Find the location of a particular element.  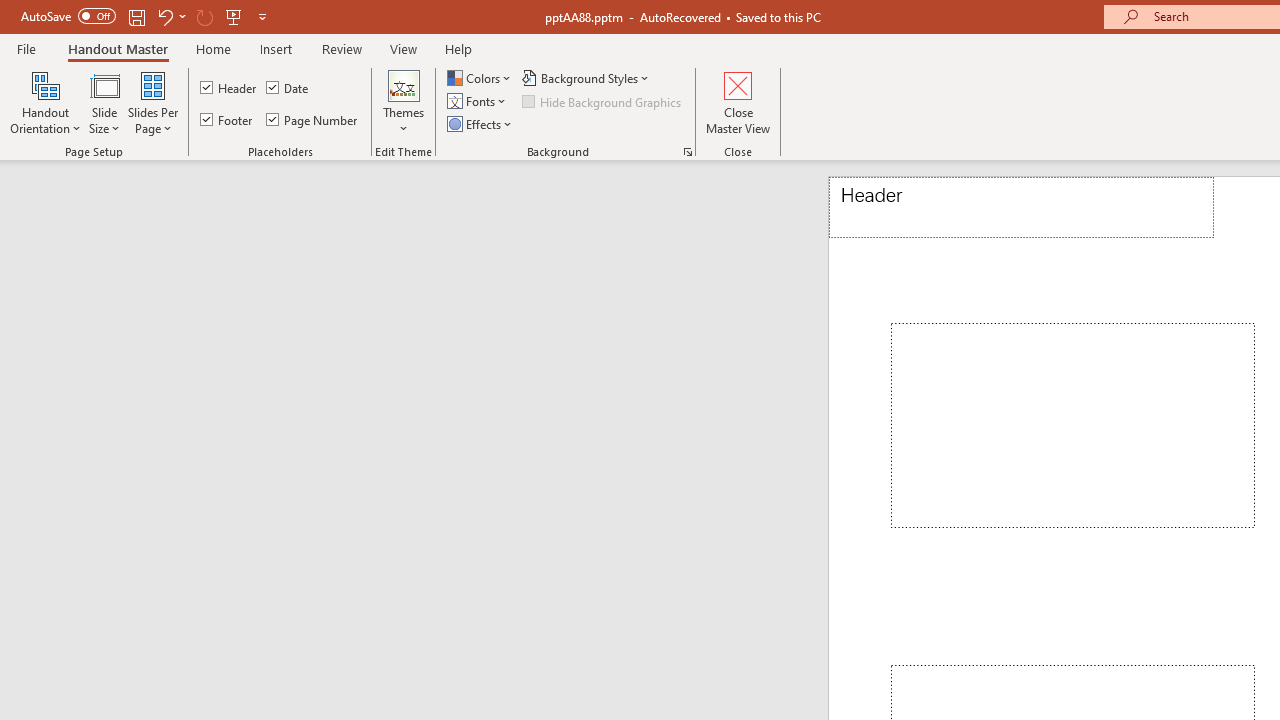

'Slides Per Page' is located at coordinates (151, 103).